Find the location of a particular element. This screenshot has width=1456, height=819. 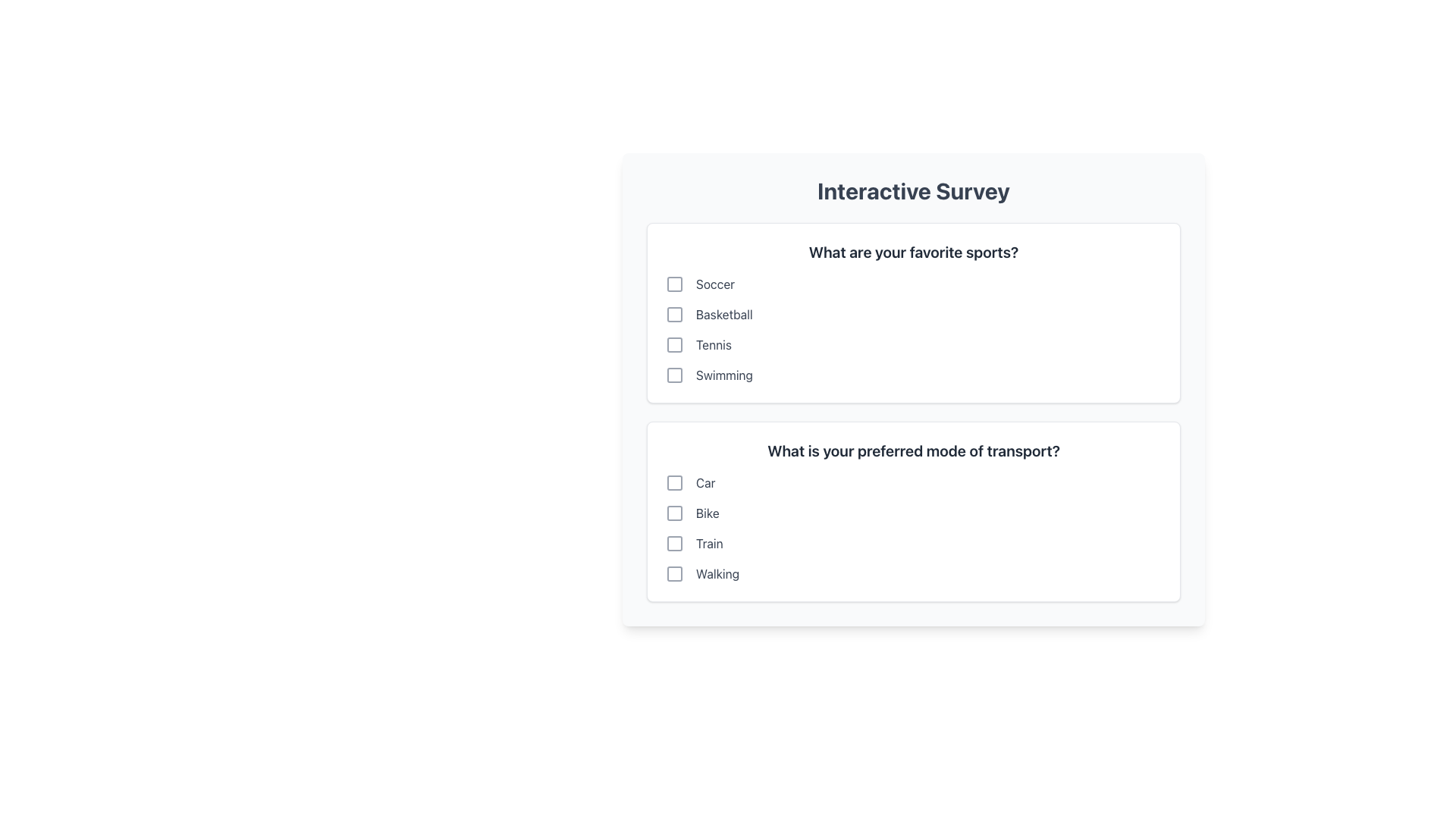

the checkbox labeled 'Swimming' is located at coordinates (912, 375).